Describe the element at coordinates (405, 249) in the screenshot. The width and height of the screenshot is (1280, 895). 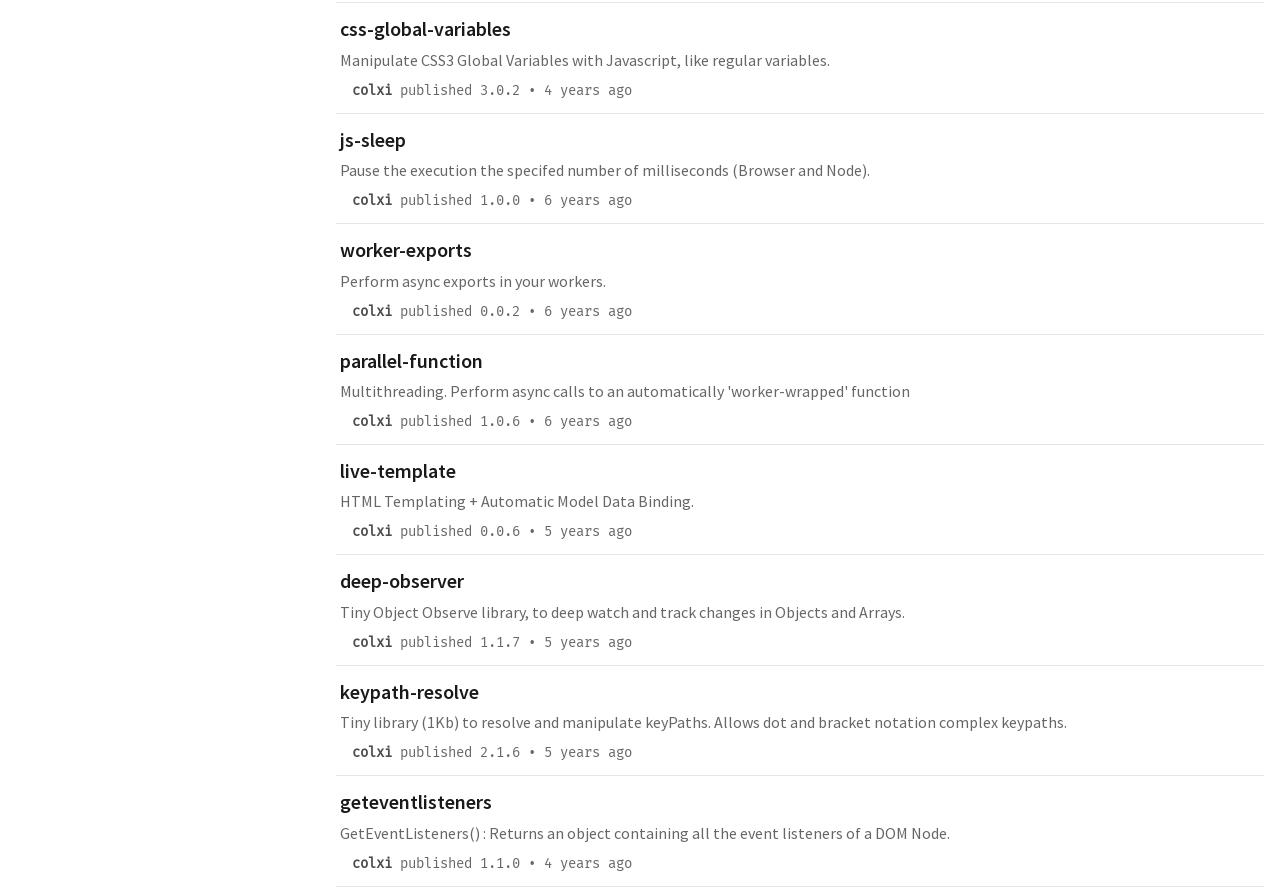
I see `'worker-exports'` at that location.